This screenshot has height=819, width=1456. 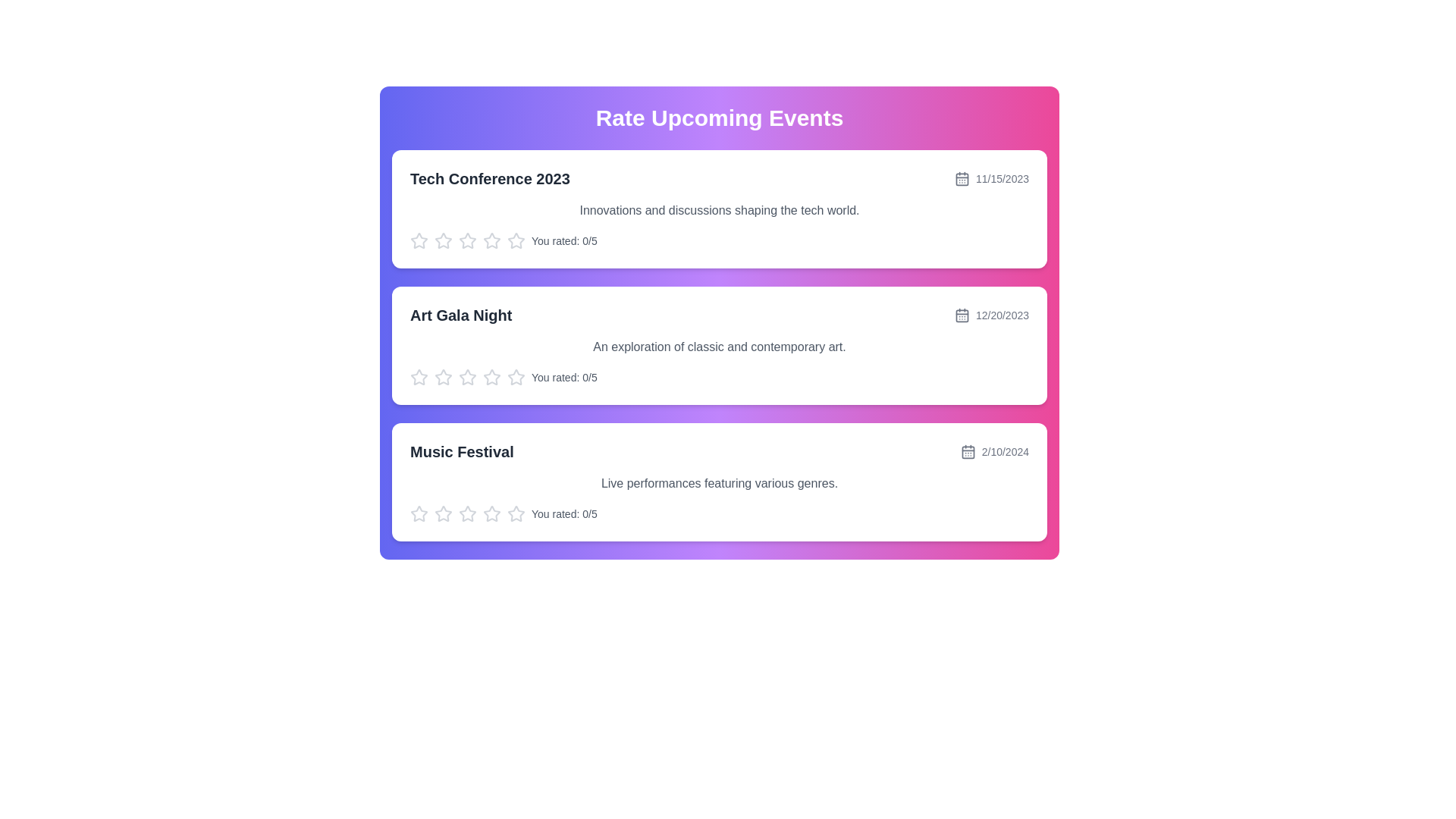 I want to click on the first star-shaped interactive icon with a hollow border and light gray color, located in the rating row under the 'Music Festival' event card, so click(x=467, y=513).